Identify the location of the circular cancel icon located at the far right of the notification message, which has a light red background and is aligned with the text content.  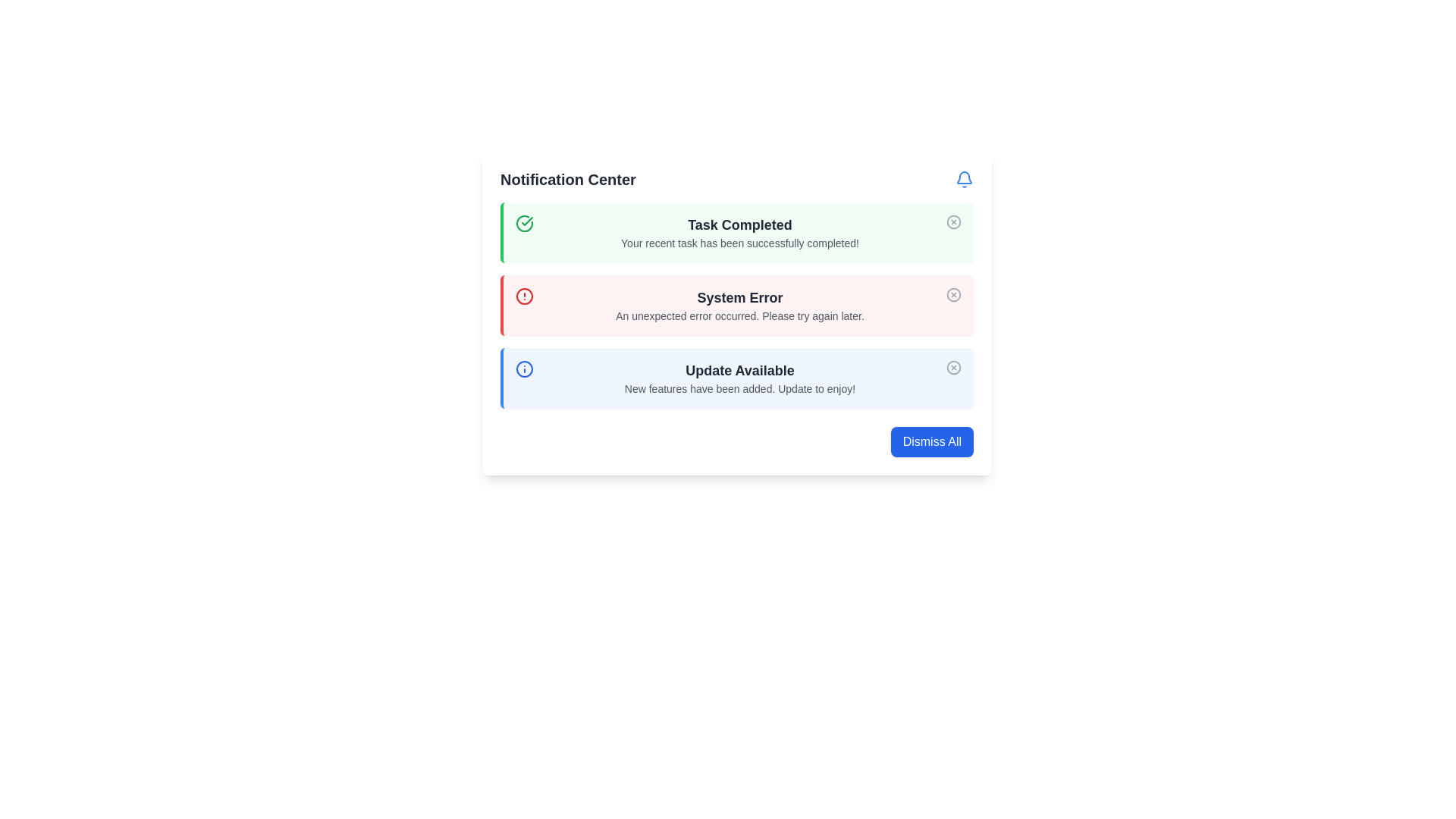
(952, 295).